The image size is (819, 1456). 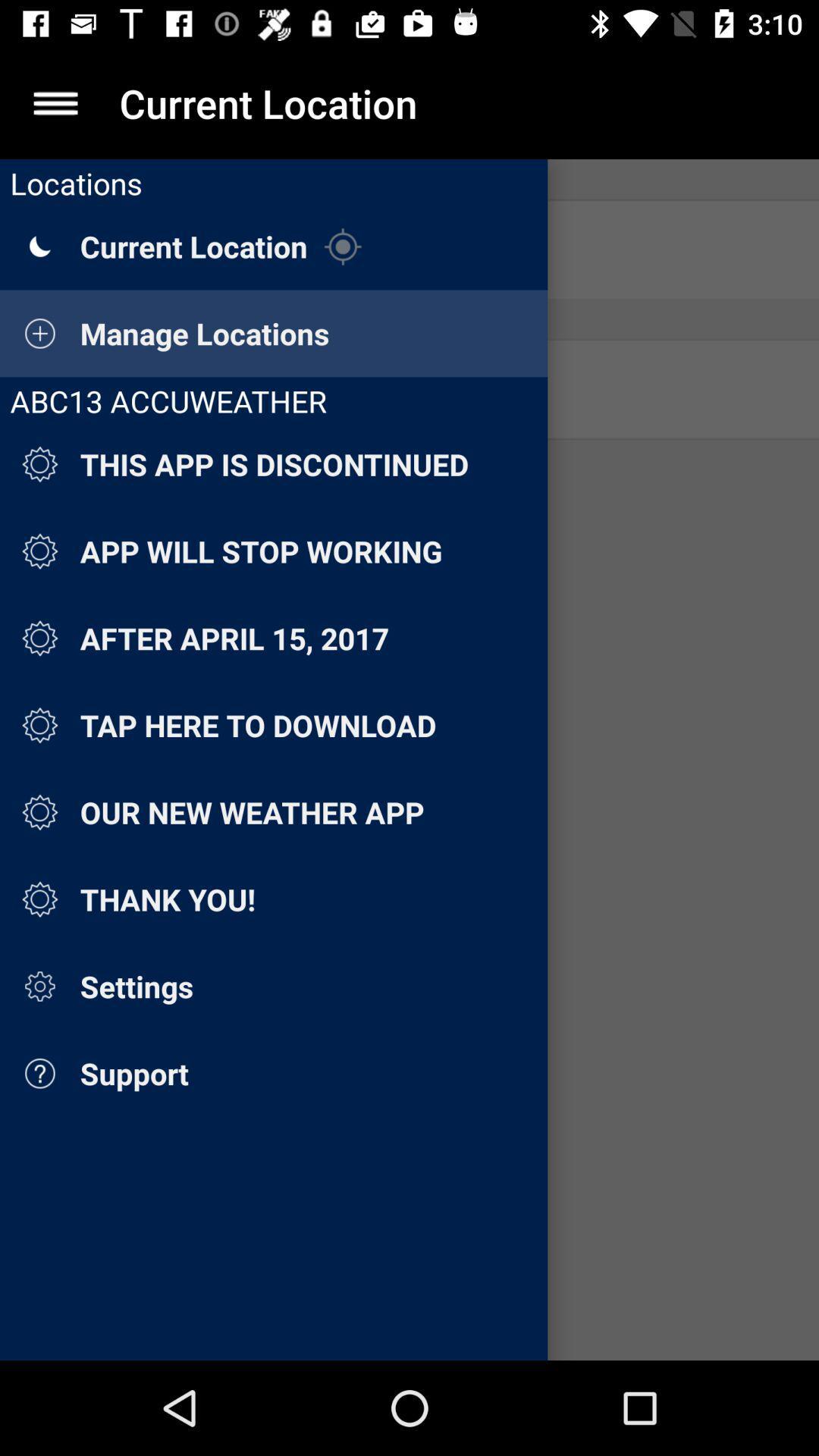 I want to click on the menu icon, so click(x=55, y=102).